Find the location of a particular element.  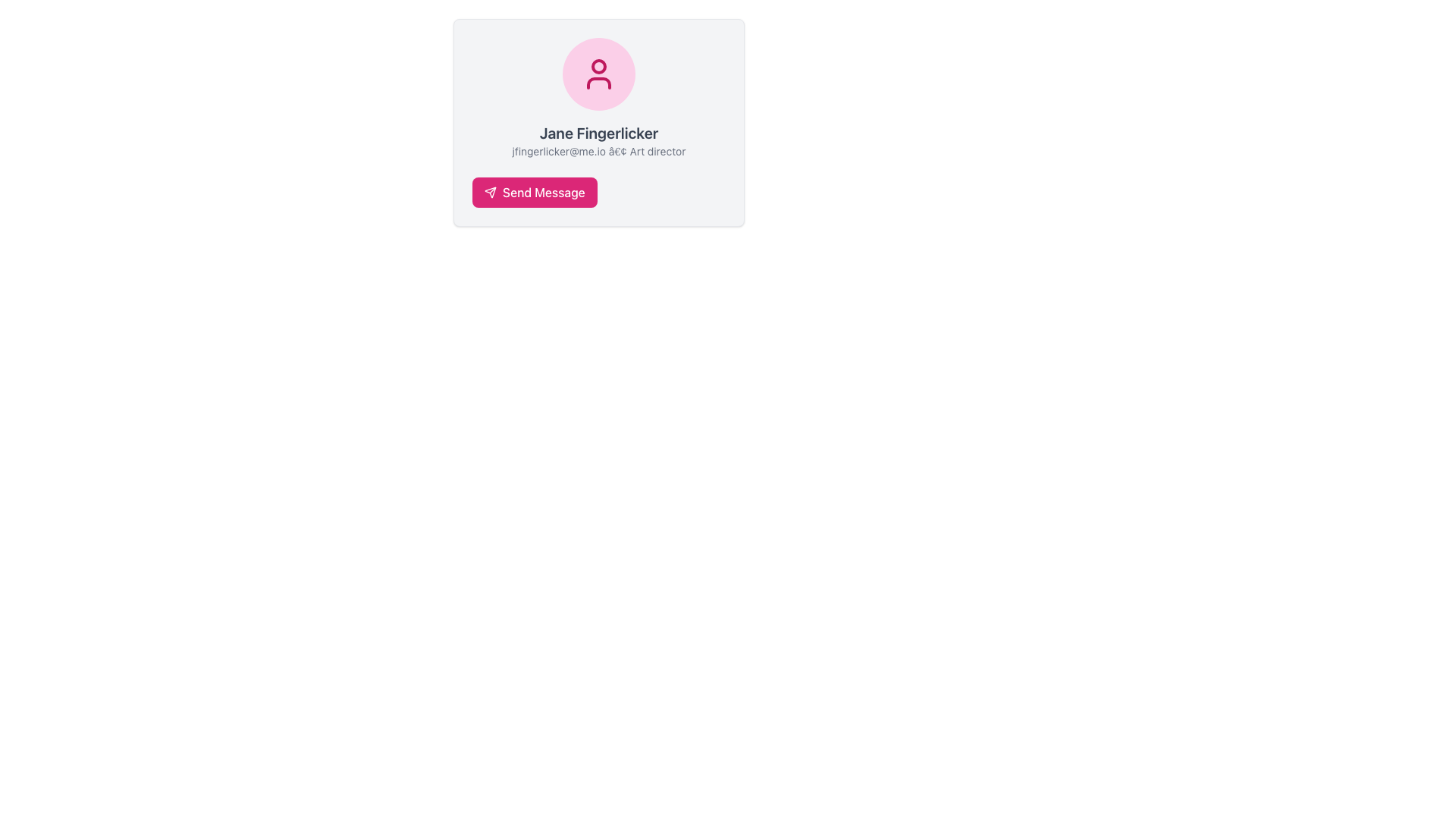

the text label displaying the user's email address and job title, positioned below the name 'Jane Fingerlicker' and above the 'Send Message' button is located at coordinates (598, 152).